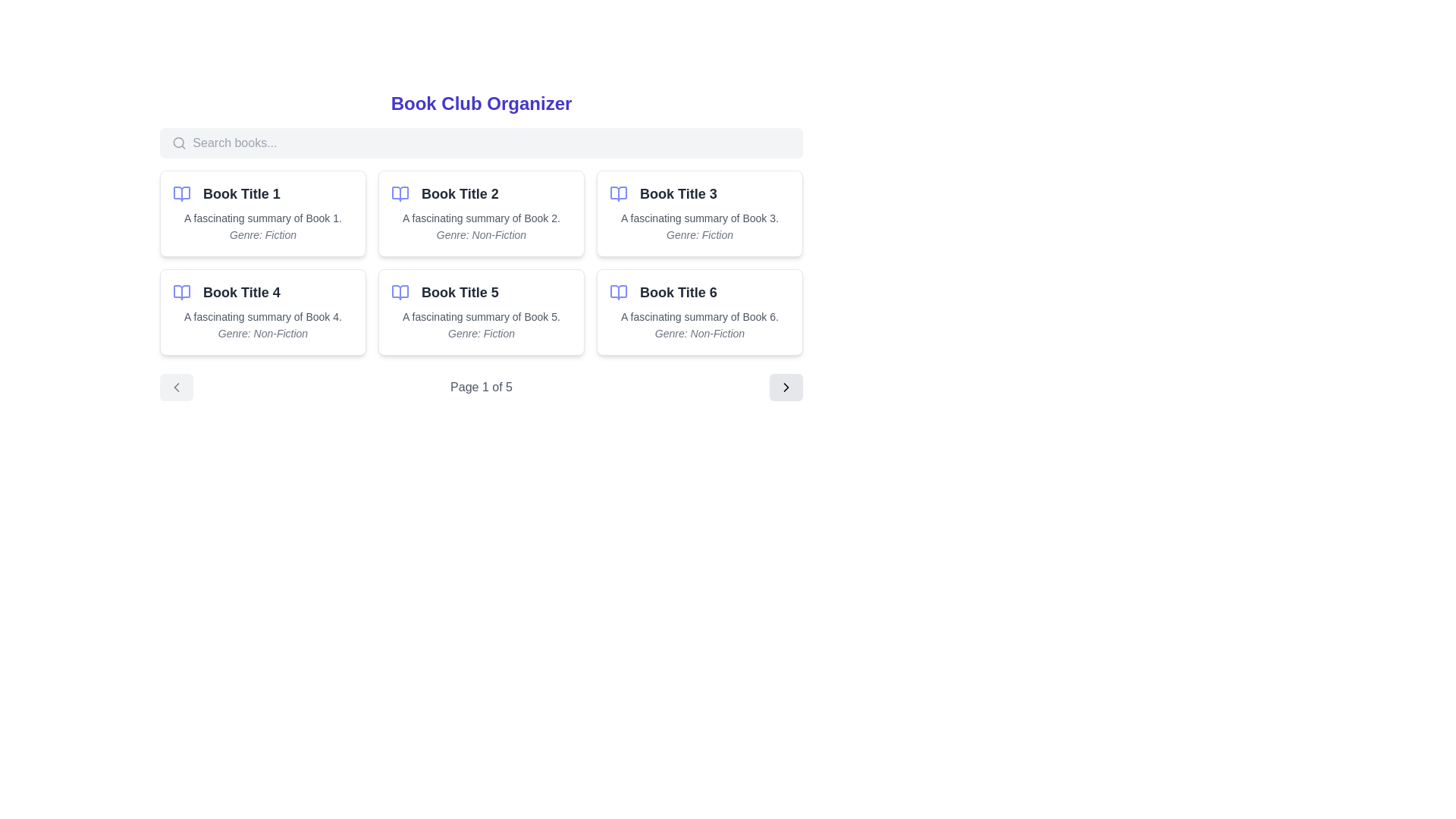  What do you see at coordinates (400, 193) in the screenshot?
I see `the indigo book icon located in the card labeled 'Book Title 2' under the 'Book Club Organizer' heading to interact with it` at bounding box center [400, 193].